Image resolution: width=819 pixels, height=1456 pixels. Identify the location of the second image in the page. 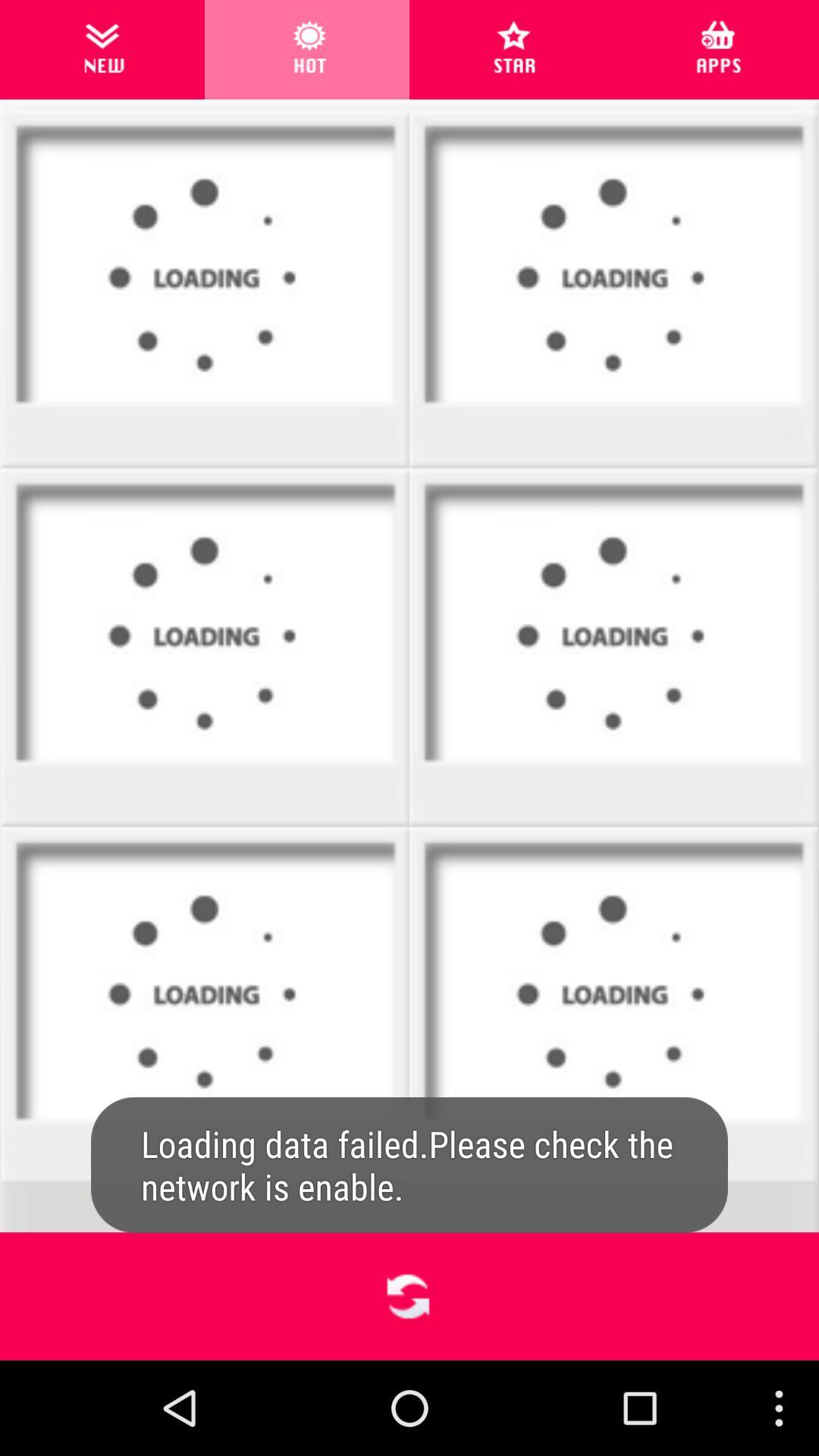
(613, 290).